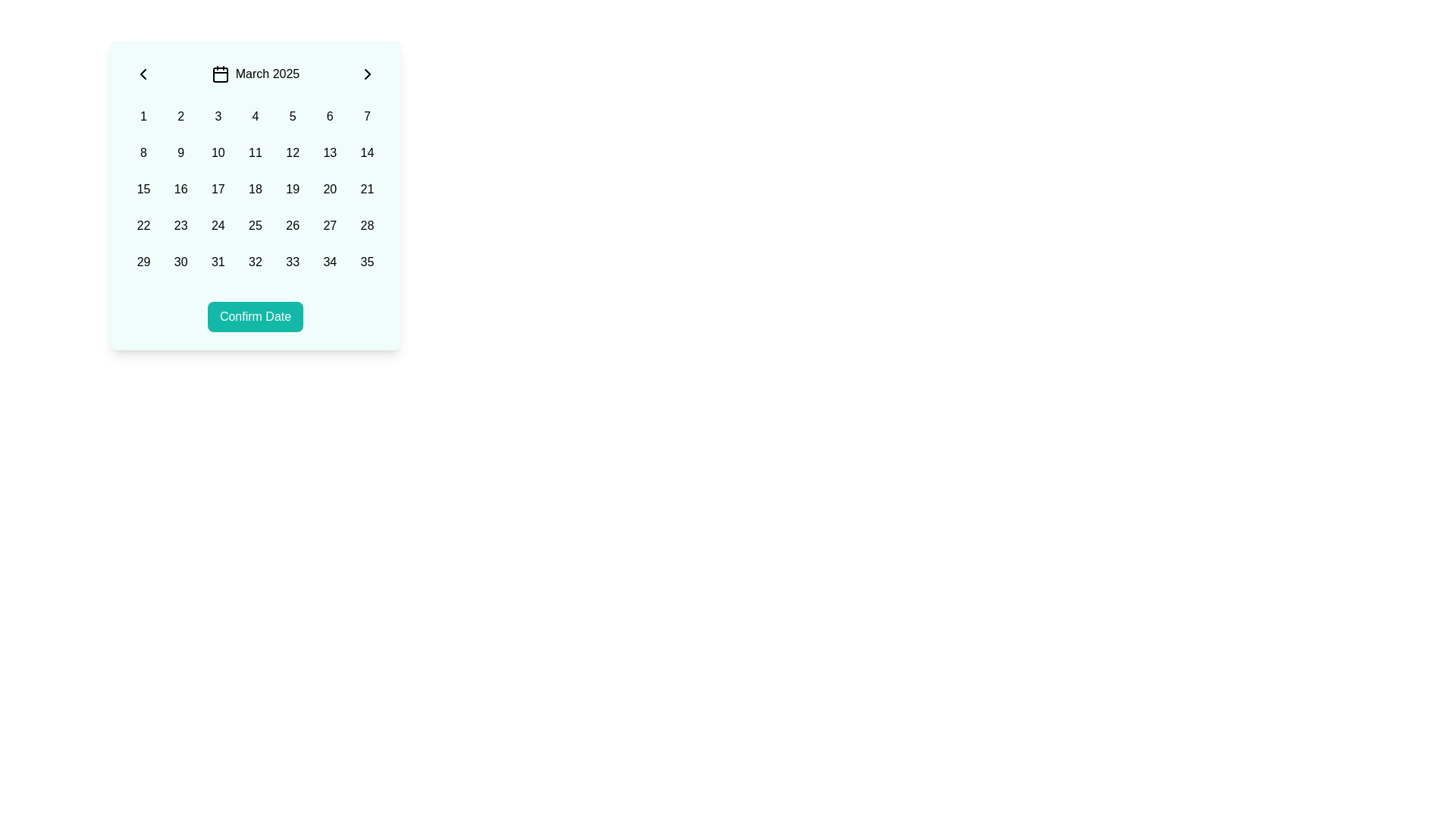 The width and height of the screenshot is (1456, 819). Describe the element at coordinates (293, 225) in the screenshot. I see `the selectable date button located in the fifth row and fifth column of the calendar interface` at that location.